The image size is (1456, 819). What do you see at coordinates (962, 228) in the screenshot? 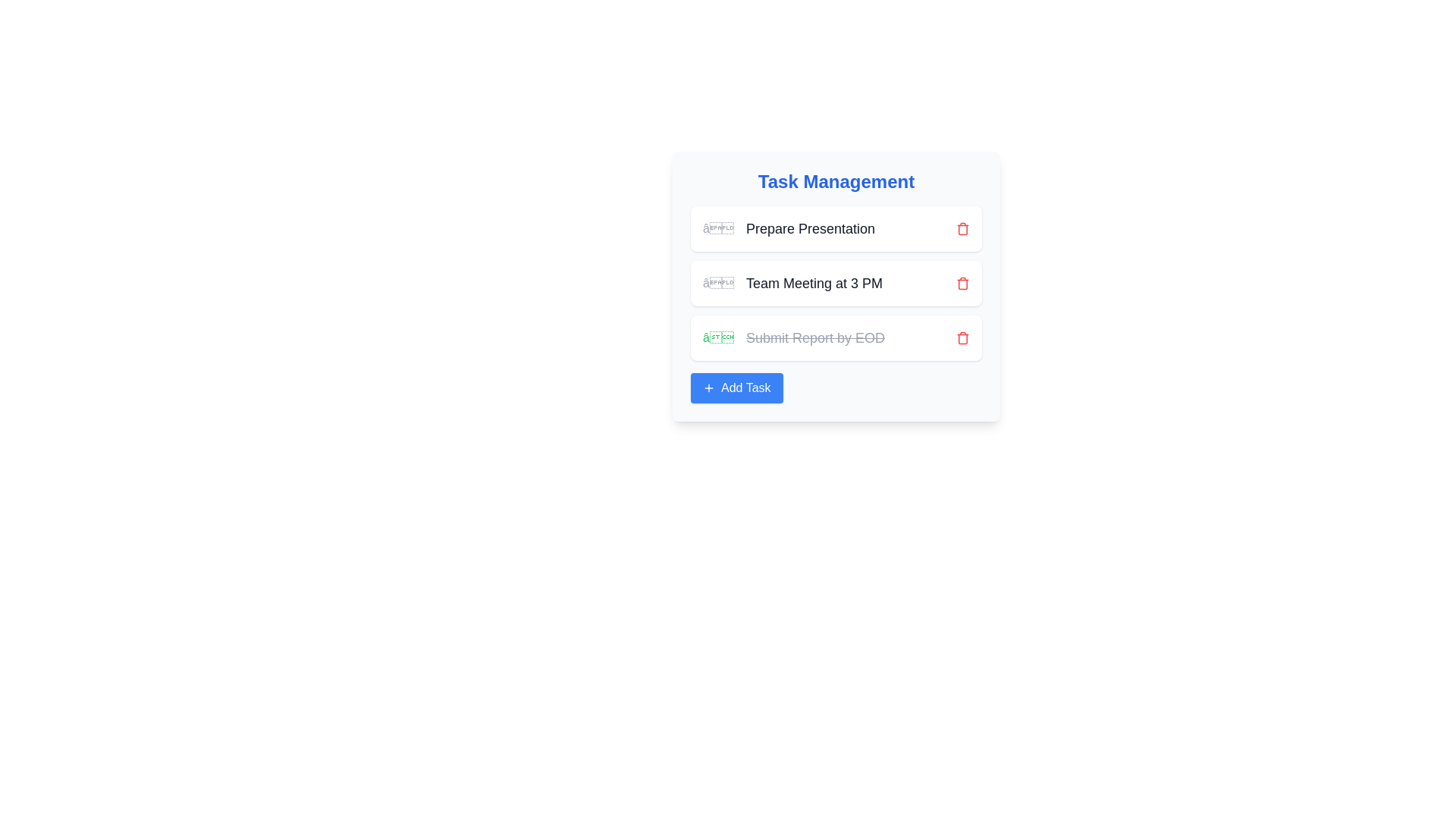
I see `the button for keyboard interaction that initiates the removal of the task 'Prepare Presentation', located on the right-hand side of the task row` at bounding box center [962, 228].